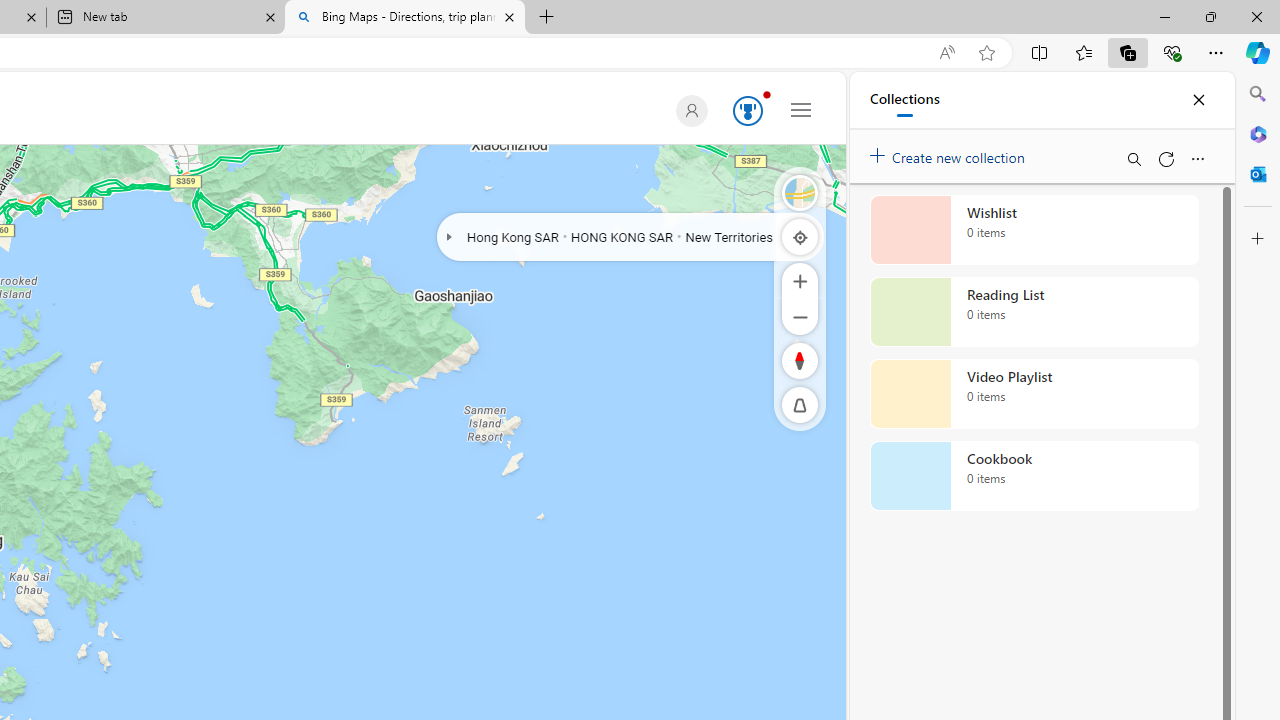  I want to click on 'Default Profile Picture', so click(691, 110).